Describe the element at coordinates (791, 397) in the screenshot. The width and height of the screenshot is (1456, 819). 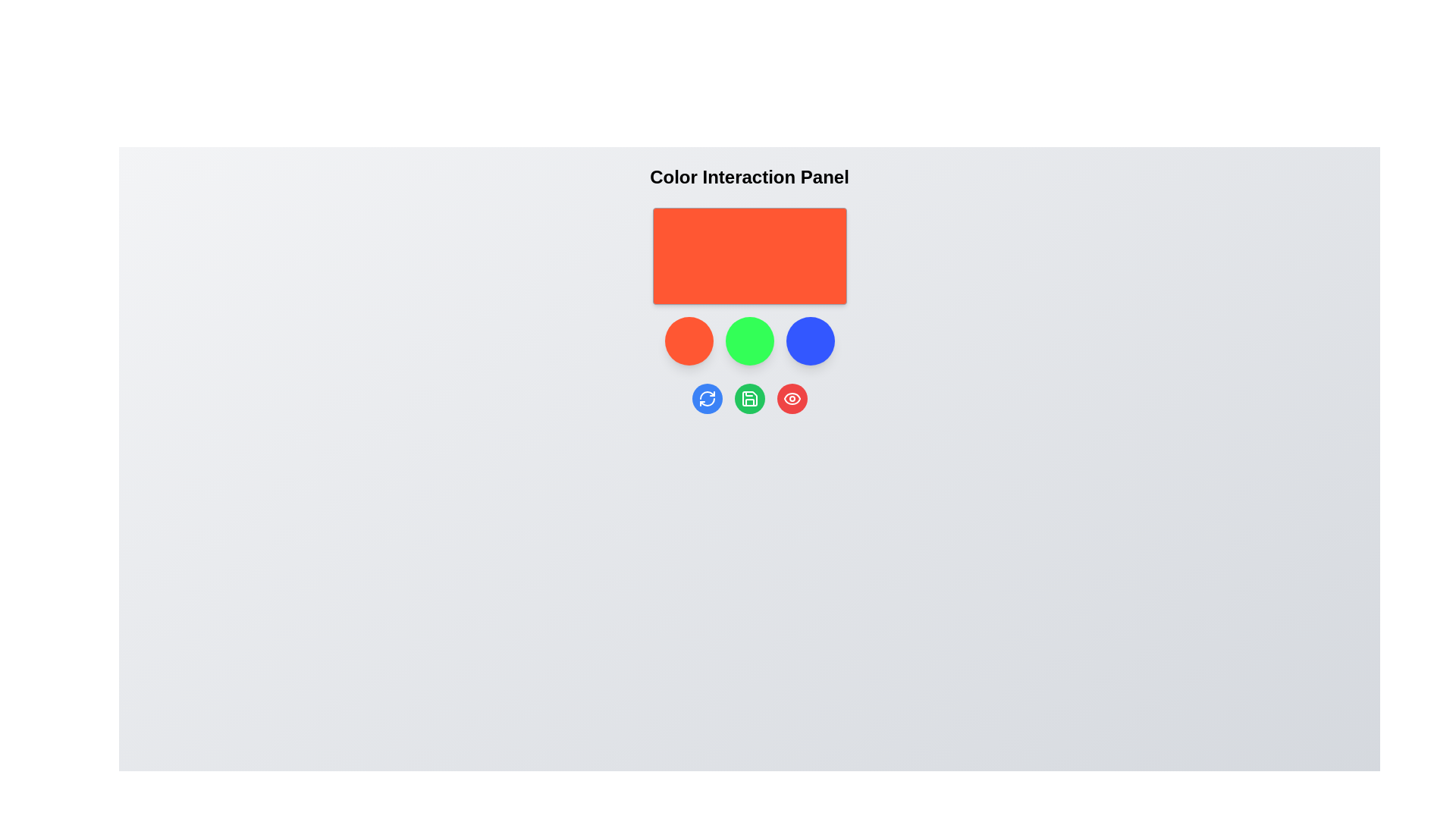
I see `the circular red button with a white eye icon located in the Color Interaction Panel, which is the fourth button from the left` at that location.